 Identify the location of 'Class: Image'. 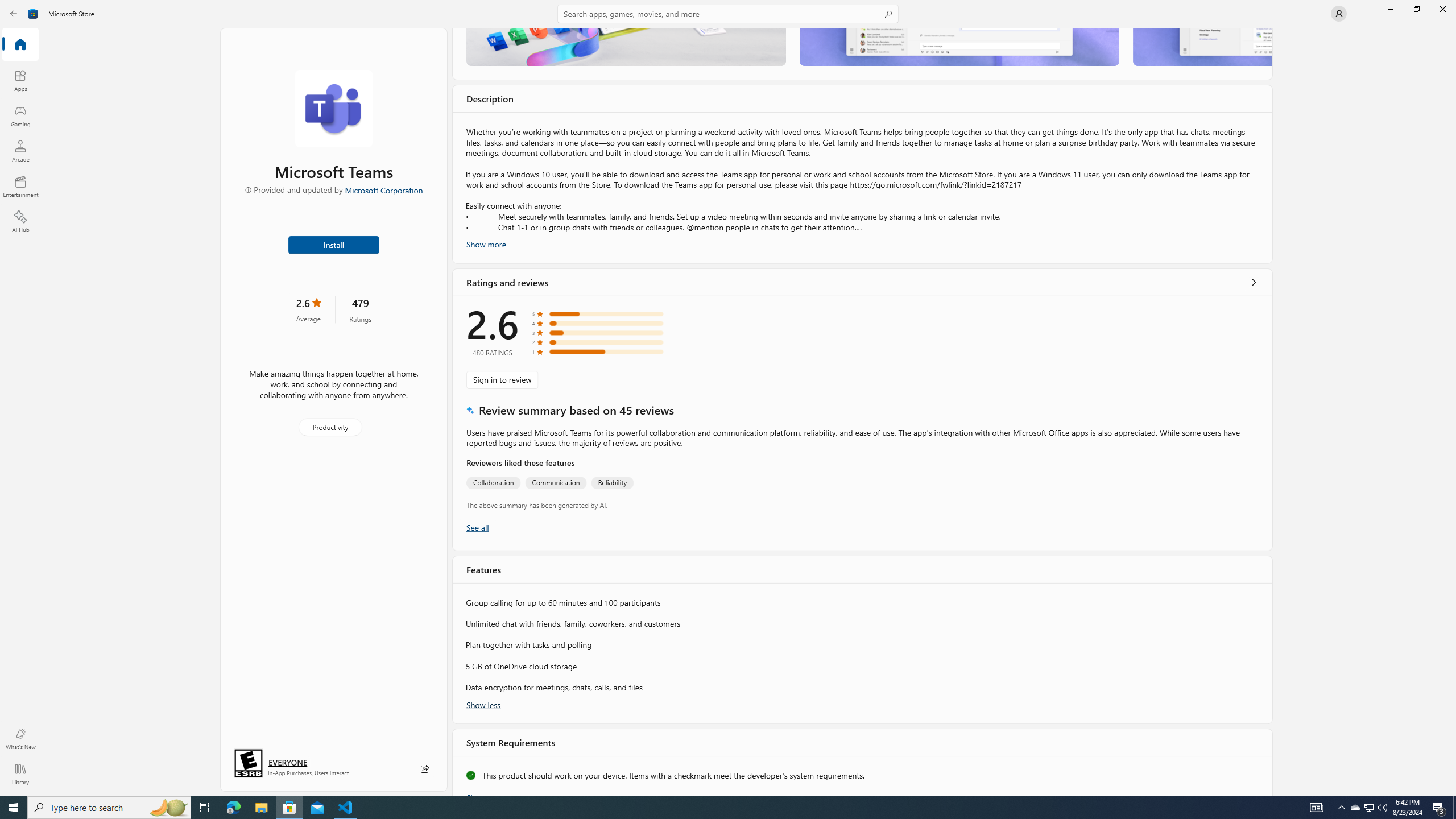
(32, 13).